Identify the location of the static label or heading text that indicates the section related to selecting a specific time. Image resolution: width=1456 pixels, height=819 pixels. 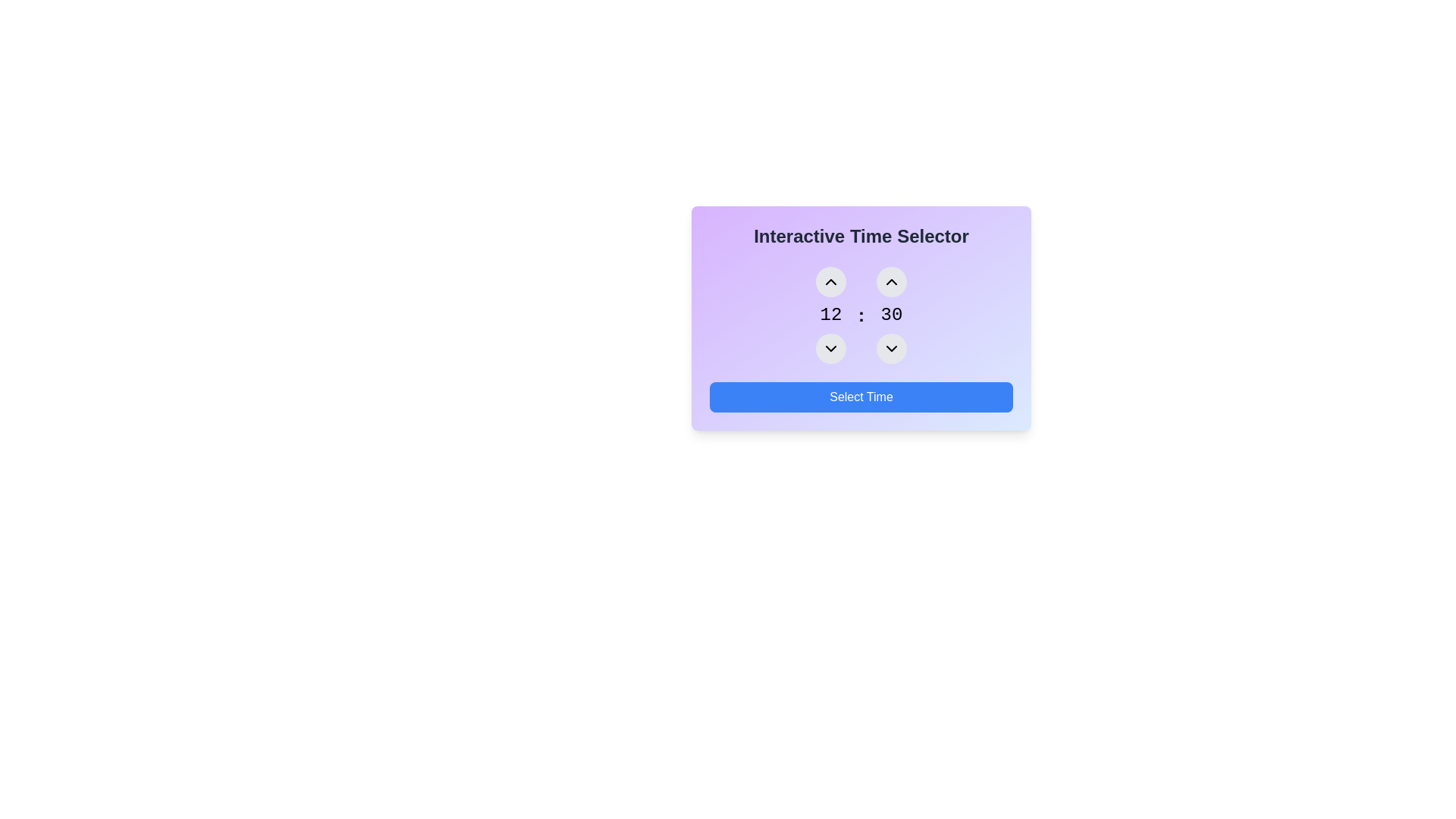
(861, 237).